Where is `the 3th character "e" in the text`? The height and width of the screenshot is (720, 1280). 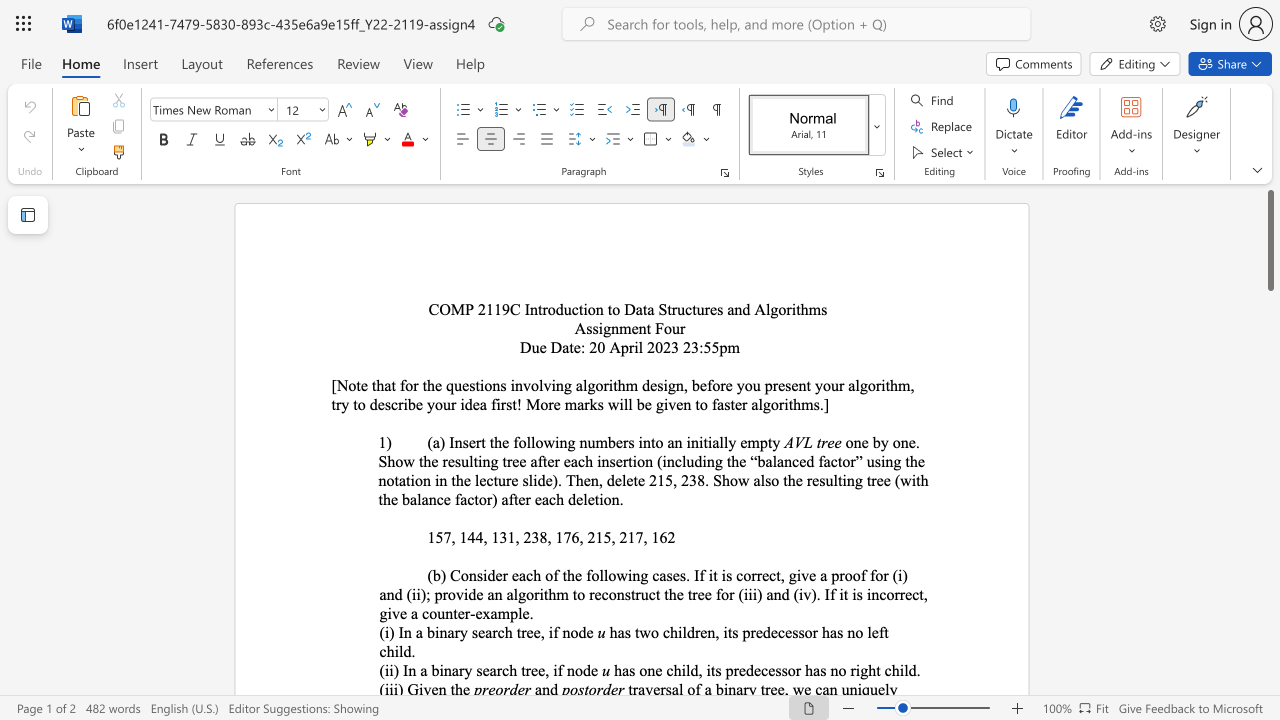
the 3th character "e" in the text is located at coordinates (537, 632).